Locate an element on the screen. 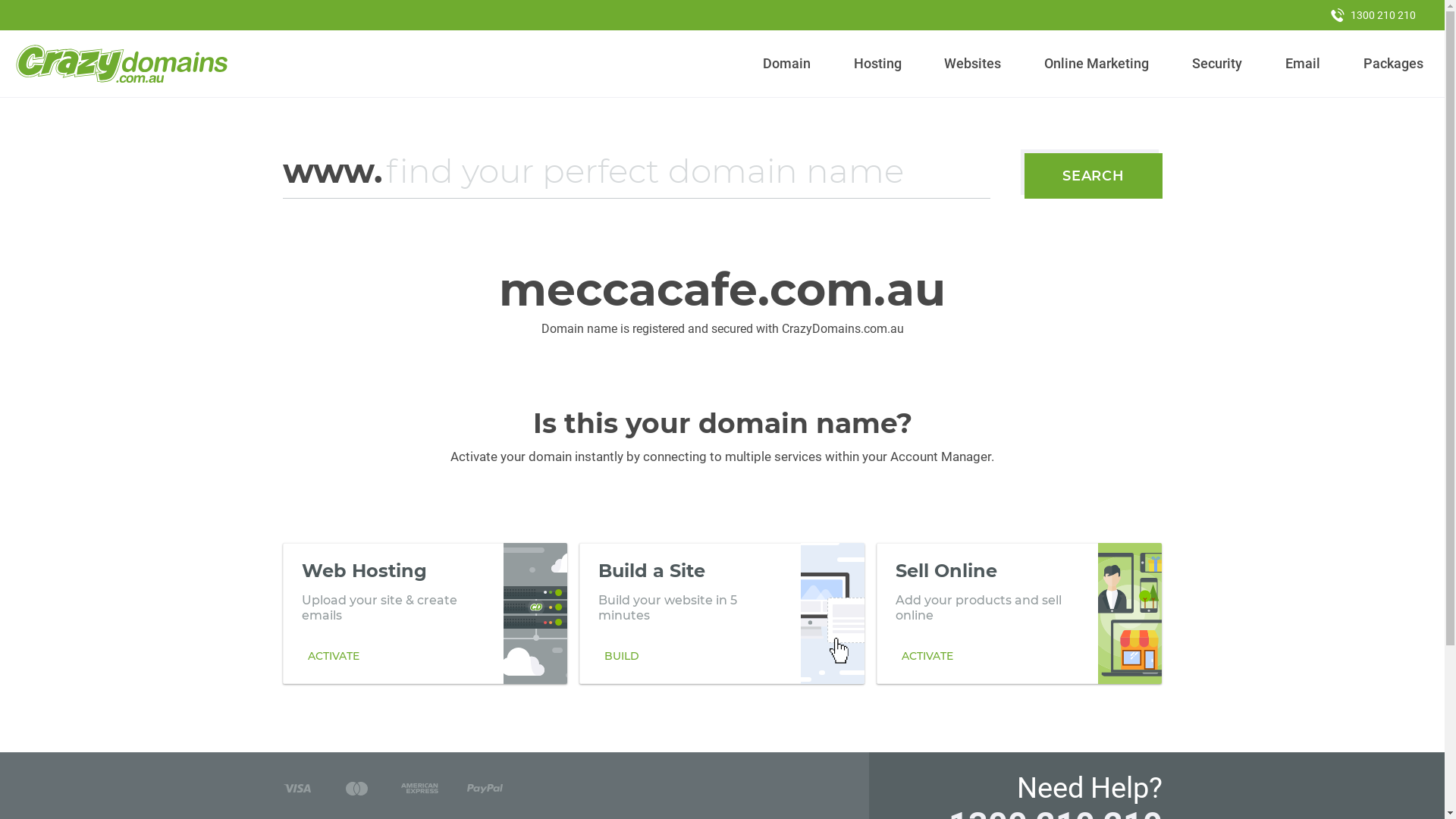  'Security' is located at coordinates (1217, 63).